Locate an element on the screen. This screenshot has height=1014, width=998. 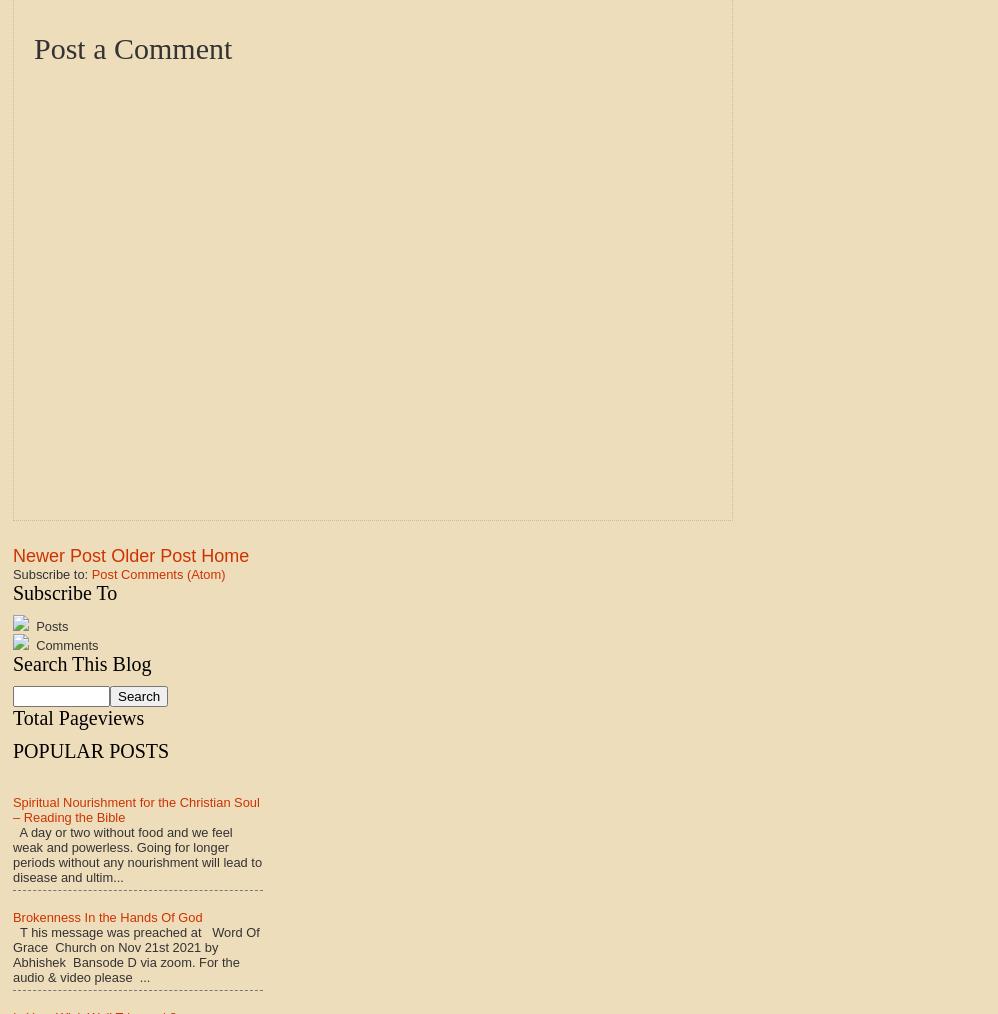
'Post Comments (Atom)' is located at coordinates (156, 572).